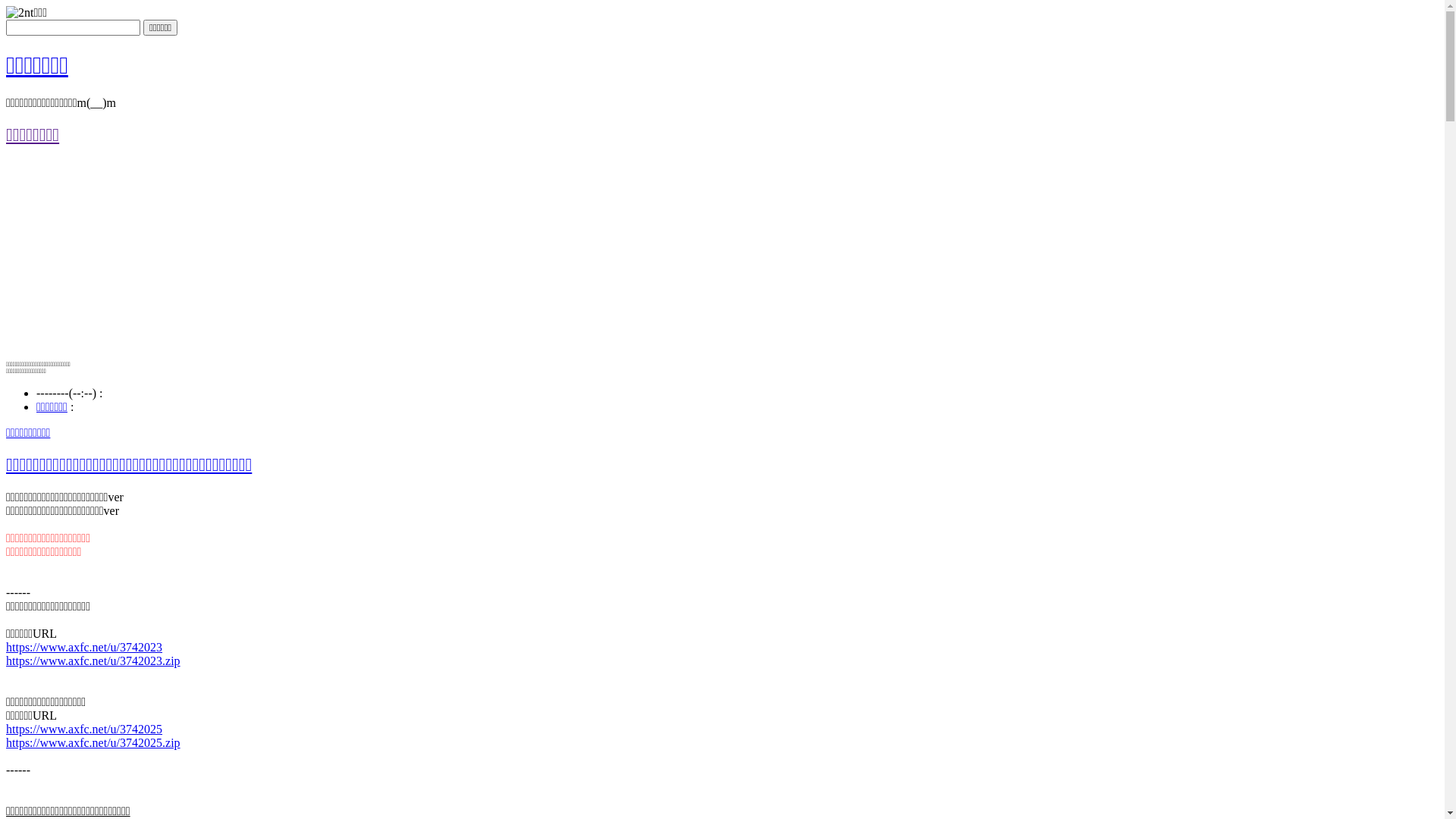 The height and width of the screenshot is (819, 1456). What do you see at coordinates (93, 659) in the screenshot?
I see `'https://www.axfc.net/u/3742023.zip'` at bounding box center [93, 659].